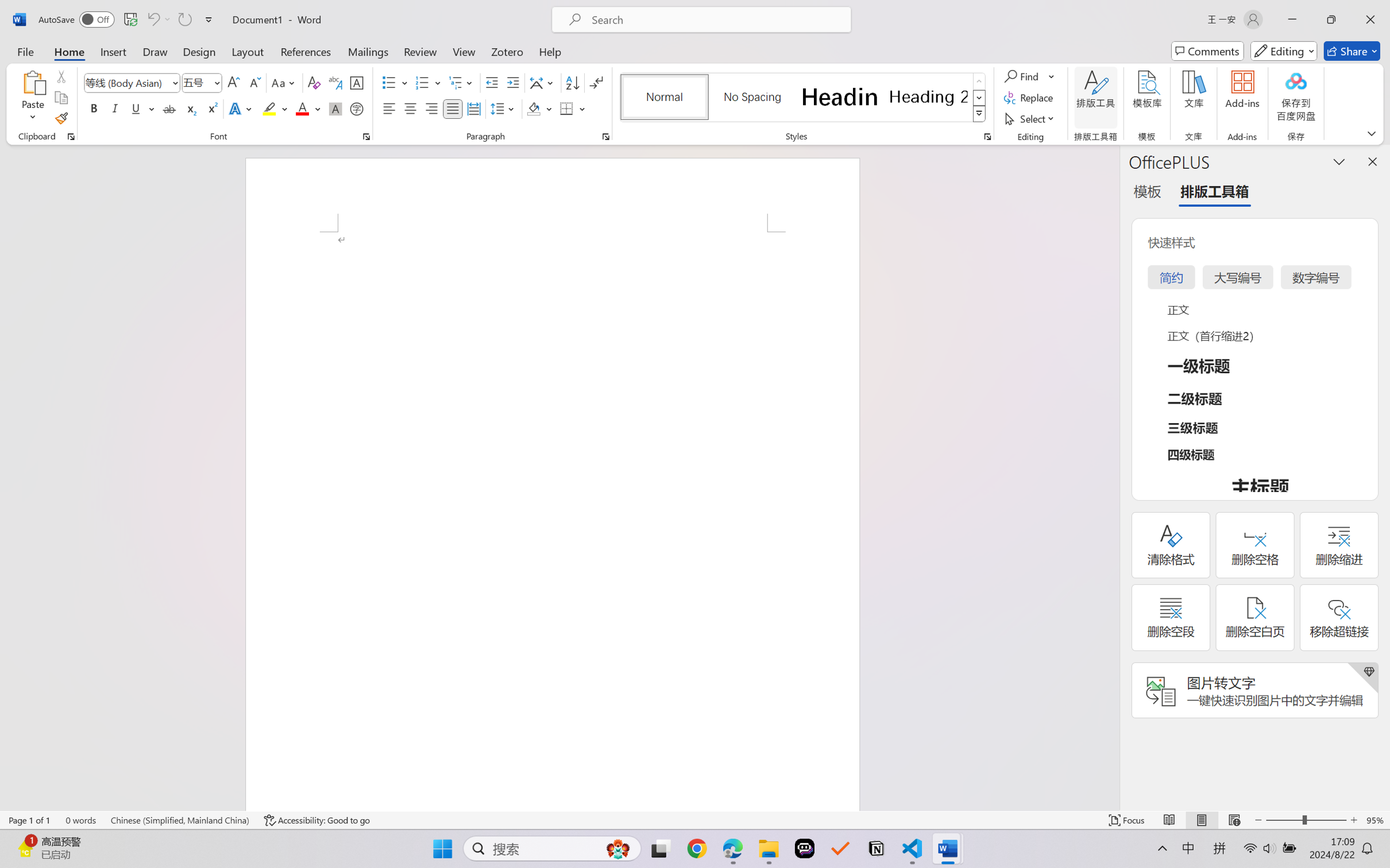  What do you see at coordinates (180, 820) in the screenshot?
I see `'Language Chinese (Simplified, Mainland China)'` at bounding box center [180, 820].